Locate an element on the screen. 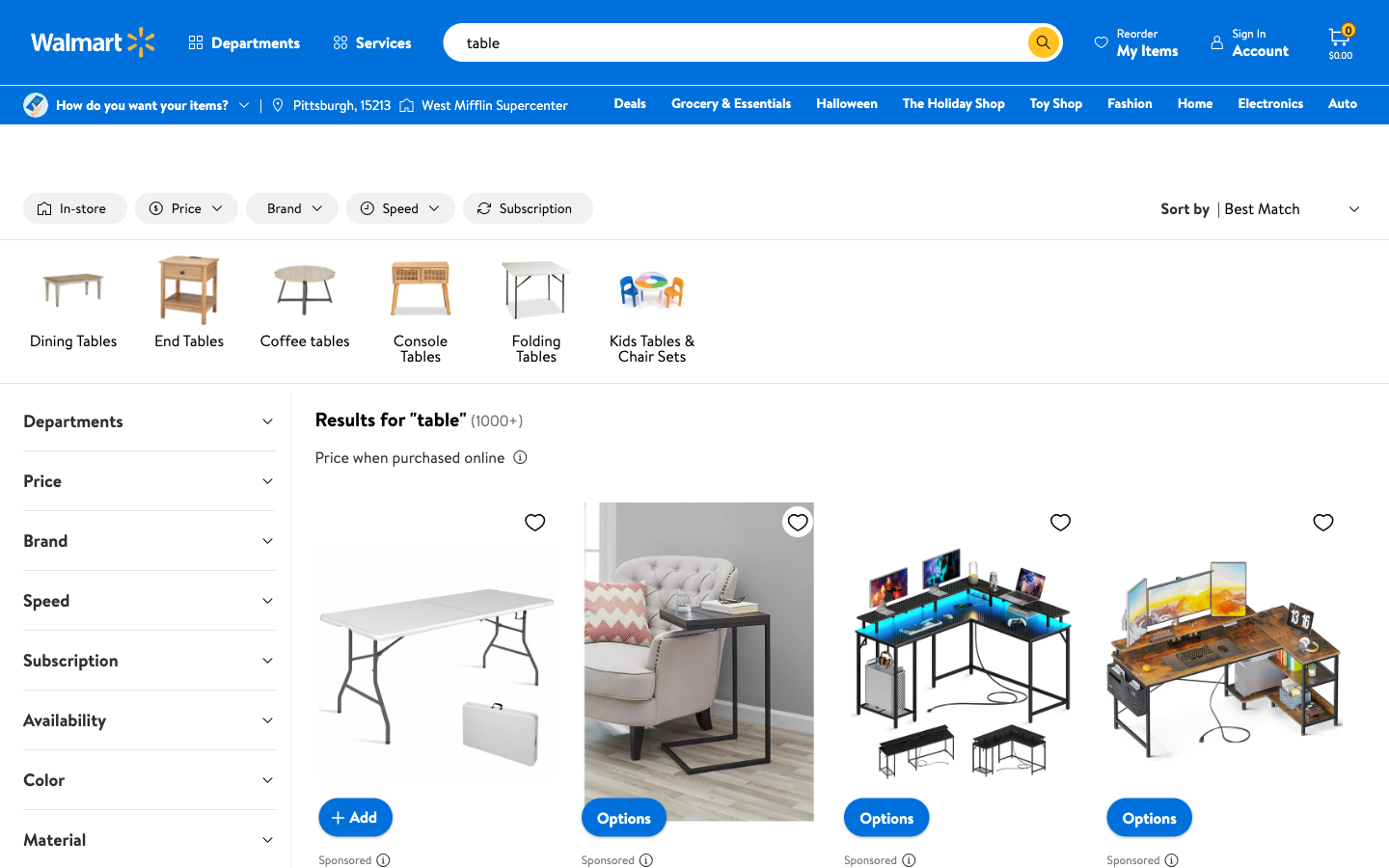 The width and height of the screenshot is (1389, 868). the pop-up displaying the pricing information is located at coordinates (518, 456).